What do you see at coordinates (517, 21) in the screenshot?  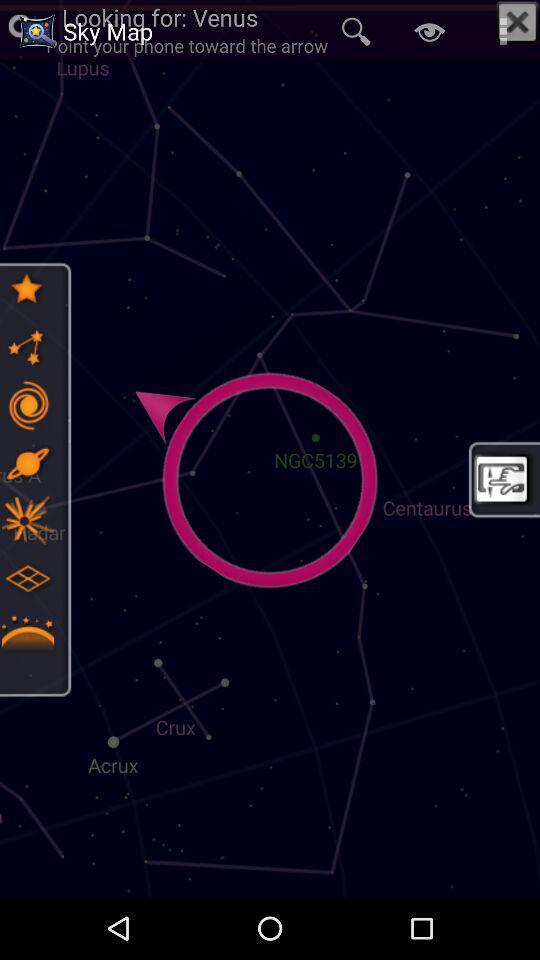 I see `the close icon` at bounding box center [517, 21].